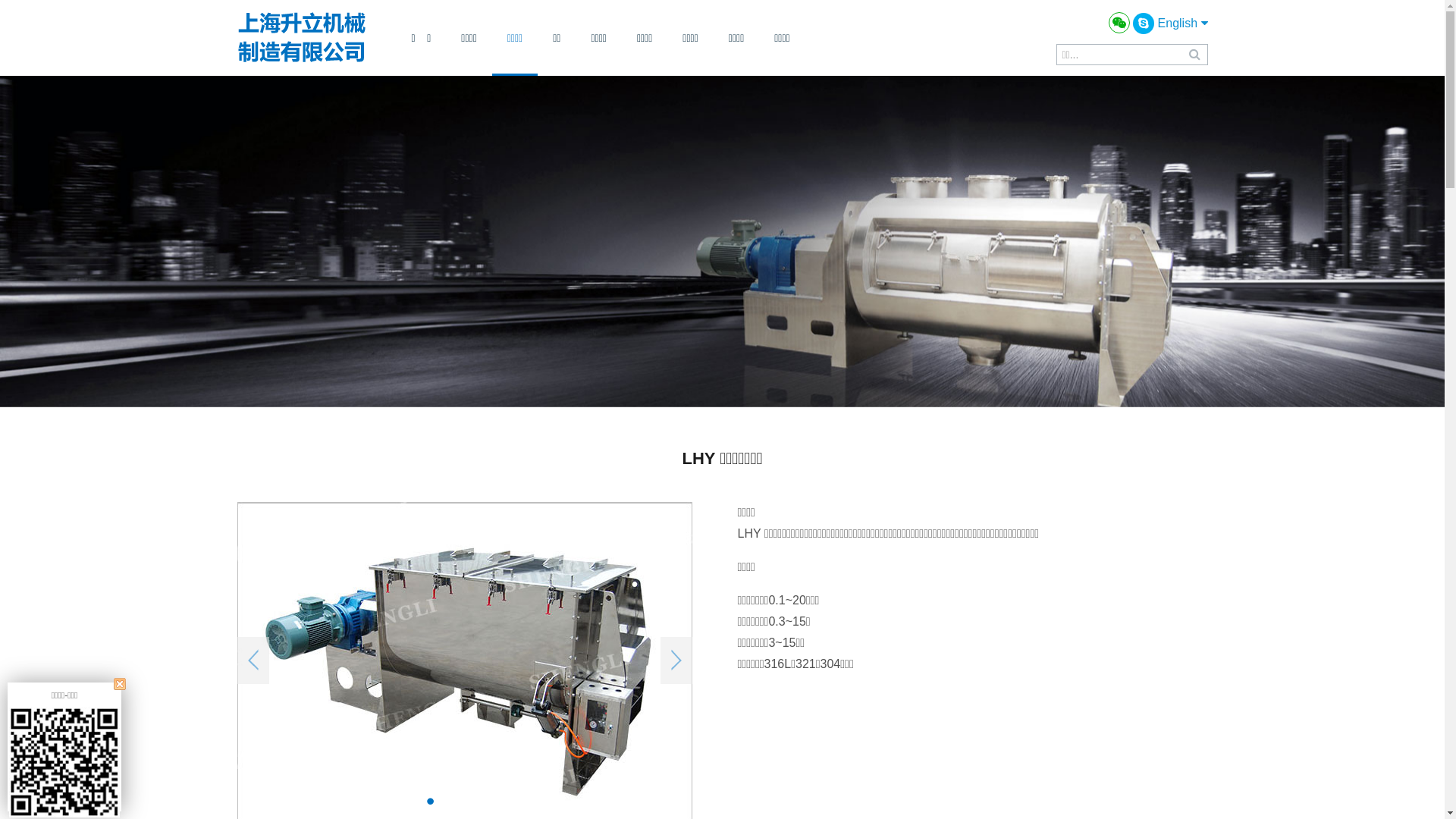 Image resolution: width=1456 pixels, height=819 pixels. What do you see at coordinates (491, 800) in the screenshot?
I see `'4'` at bounding box center [491, 800].